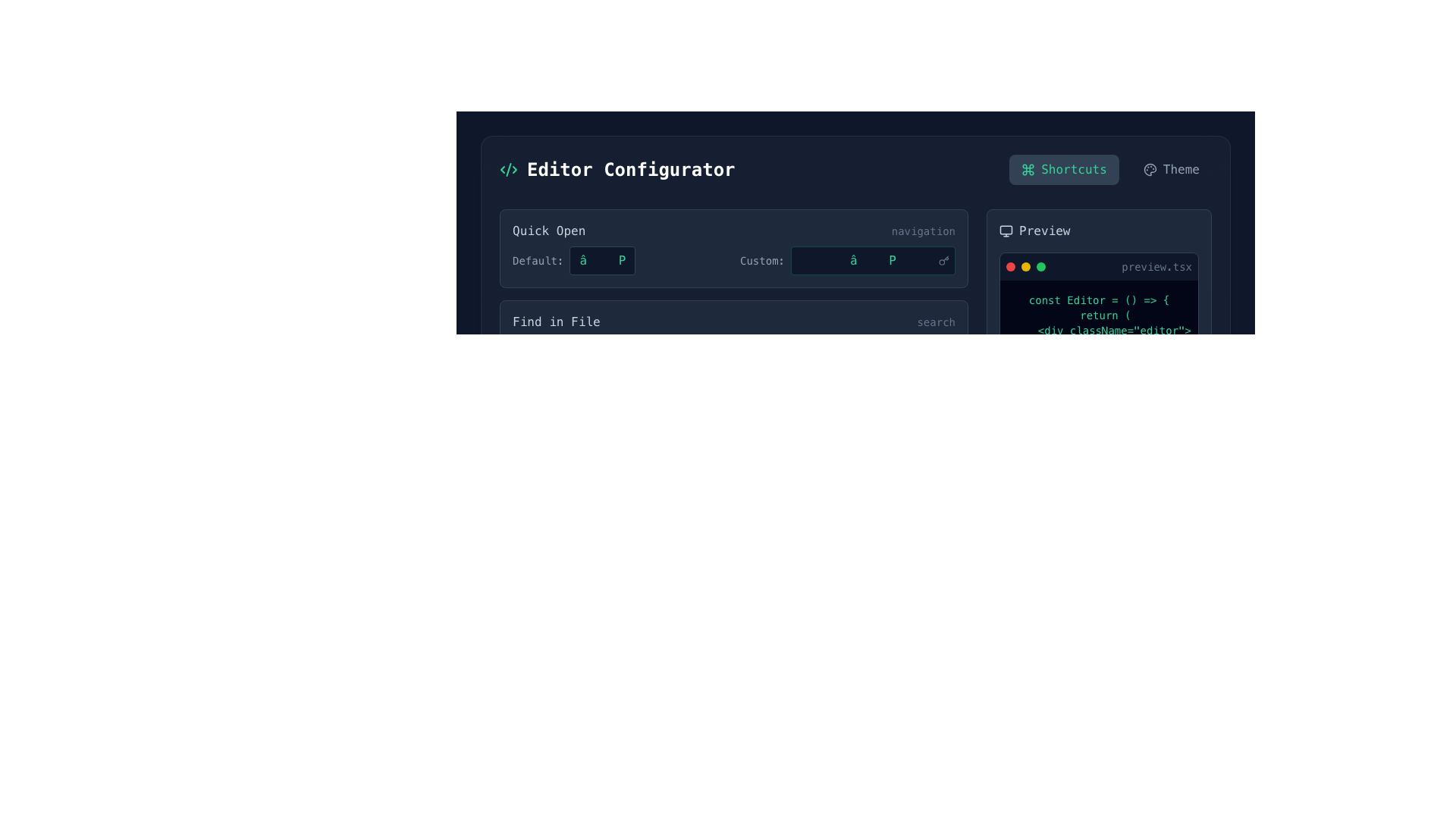 The image size is (1456, 819). I want to click on the graphical icon embedded within the 'Shortcuts' button, located near the upper-right corner of the interface, so click(1028, 169).